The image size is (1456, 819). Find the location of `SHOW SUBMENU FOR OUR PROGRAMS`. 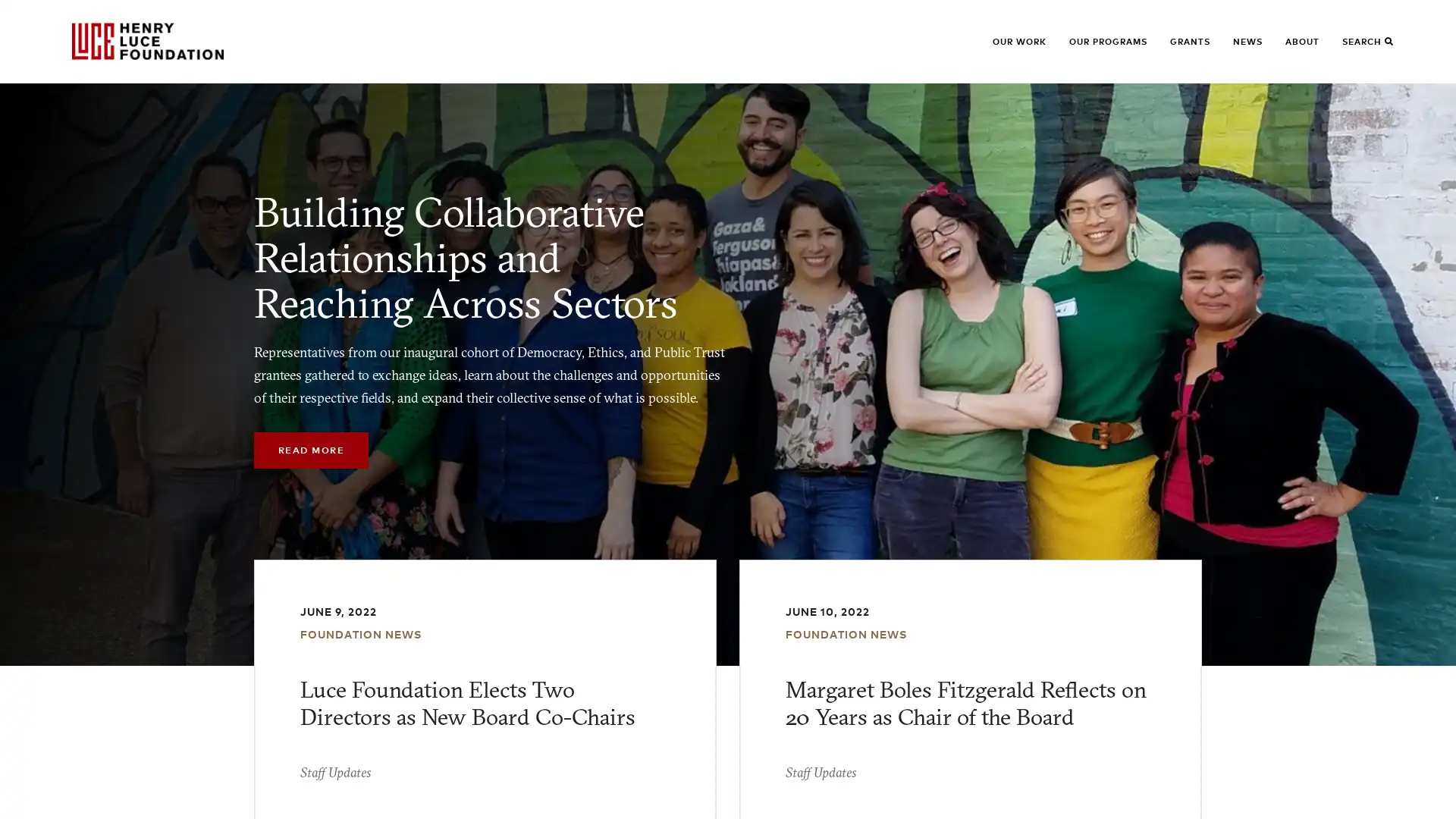

SHOW SUBMENU FOR OUR PROGRAMS is located at coordinates (1093, 48).